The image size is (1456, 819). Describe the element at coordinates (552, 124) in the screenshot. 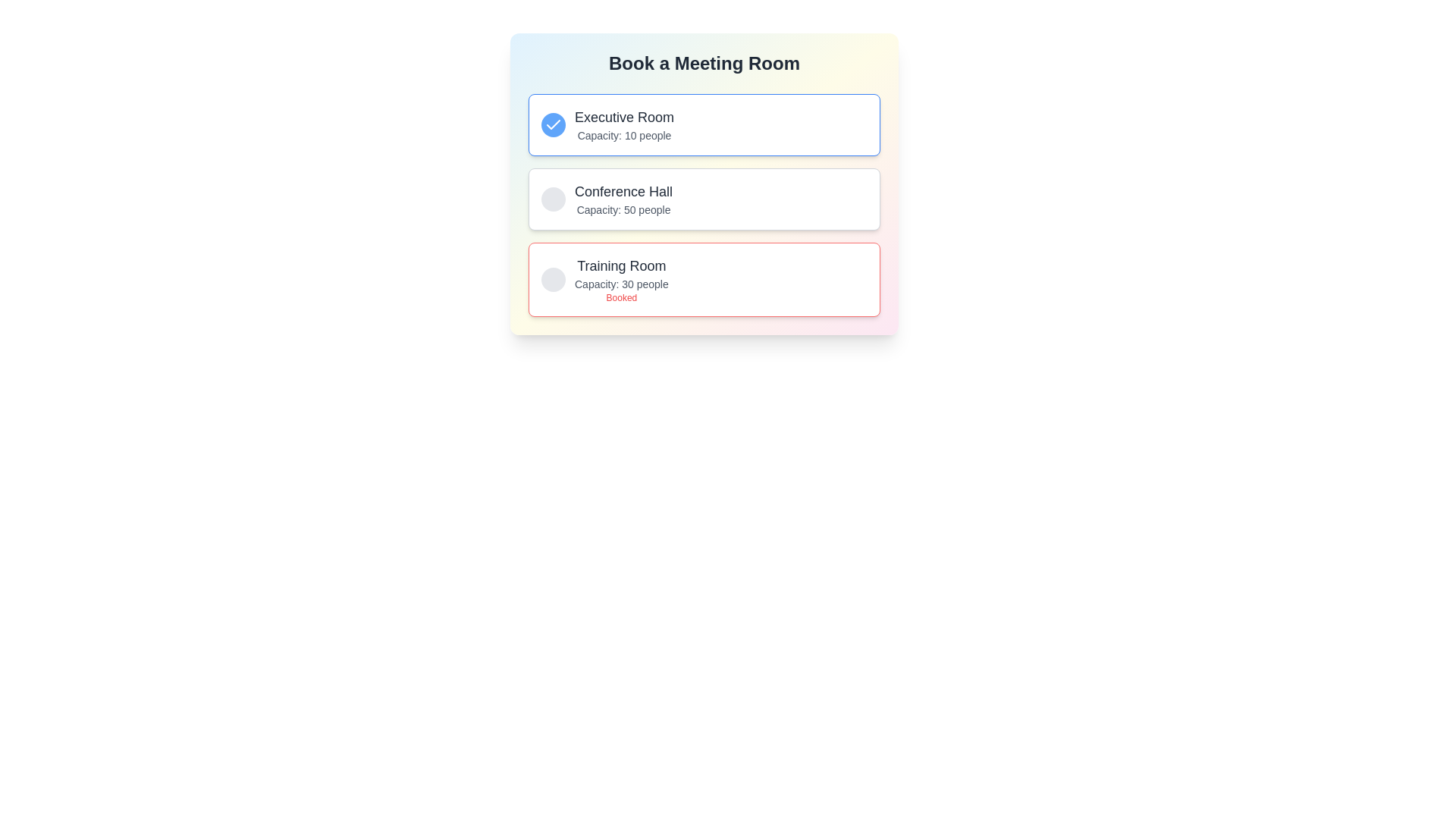

I see `the blue circular icon with a white checkmark symbol` at that location.